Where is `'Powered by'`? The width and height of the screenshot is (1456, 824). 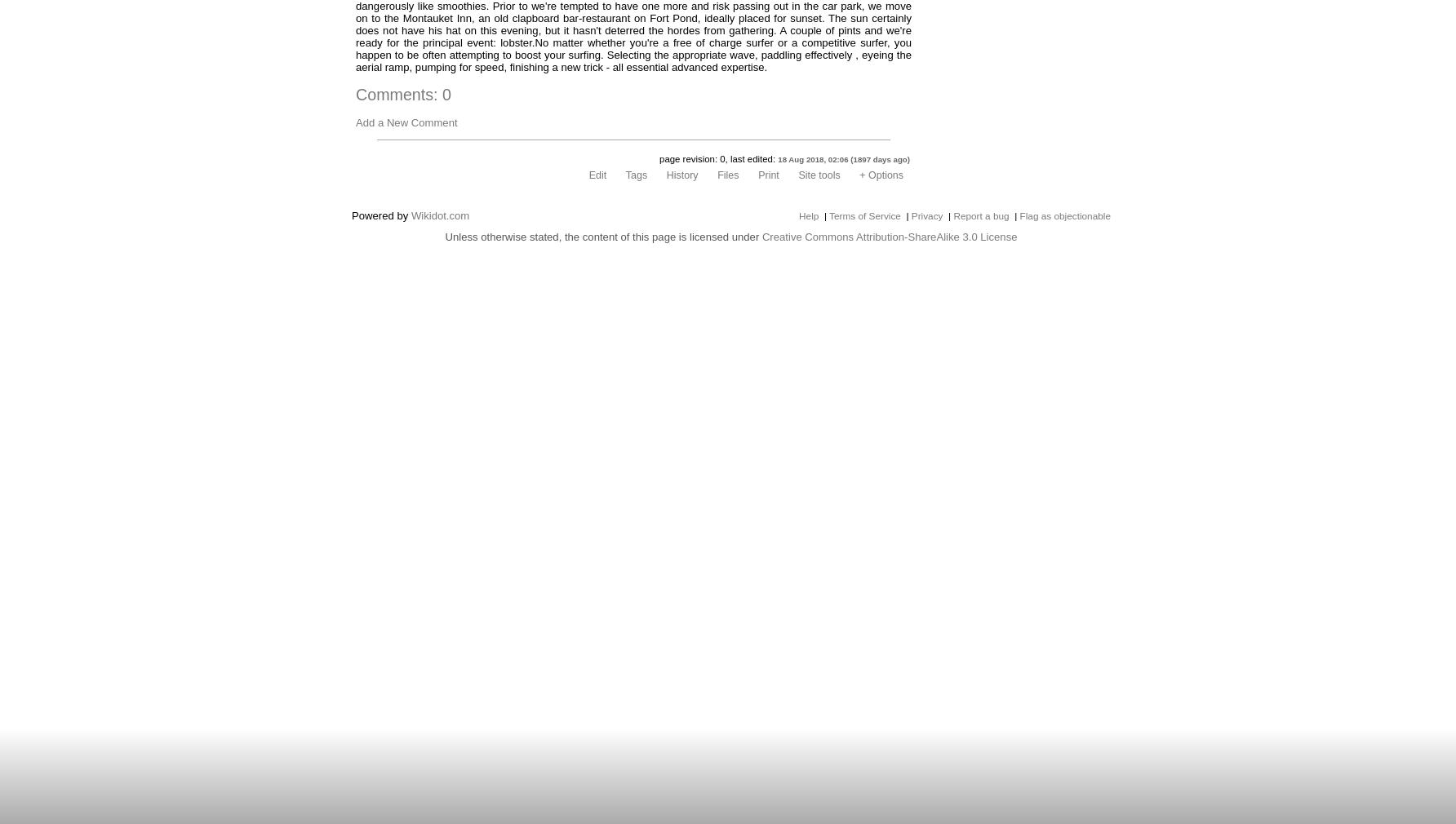
'Powered by' is located at coordinates (381, 215).